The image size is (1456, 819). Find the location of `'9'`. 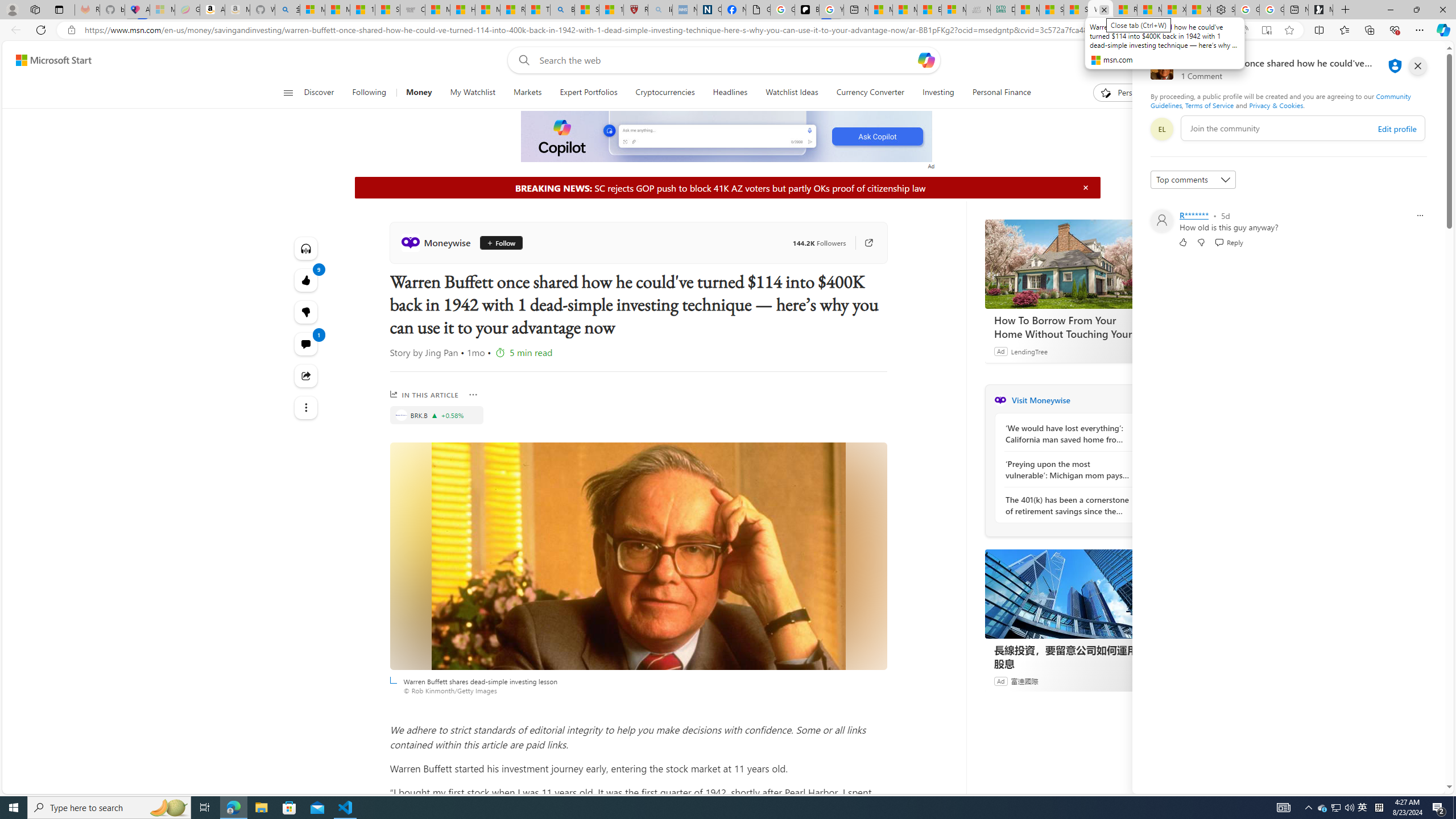

'9' is located at coordinates (305, 312).